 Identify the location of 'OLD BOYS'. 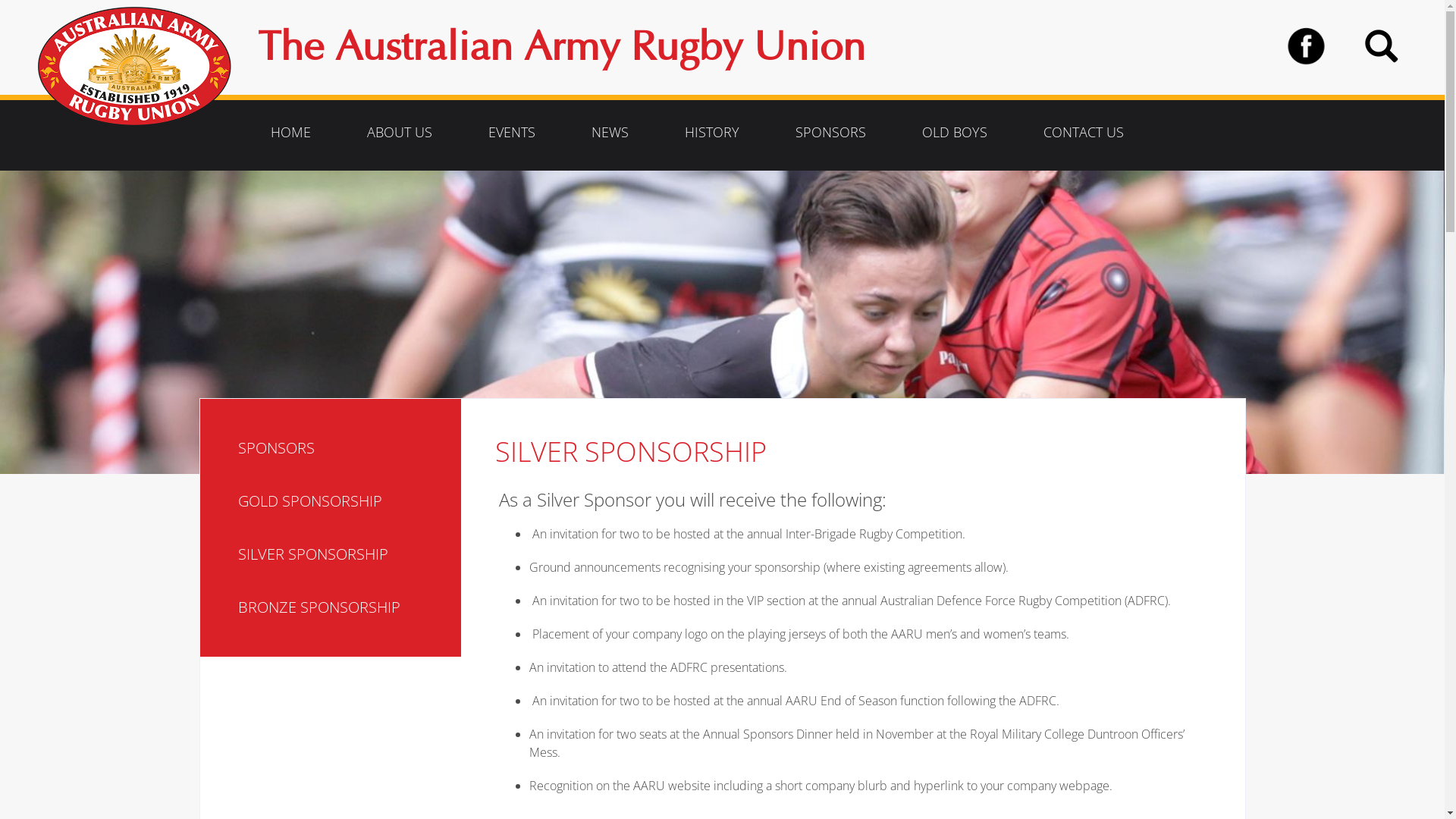
(953, 130).